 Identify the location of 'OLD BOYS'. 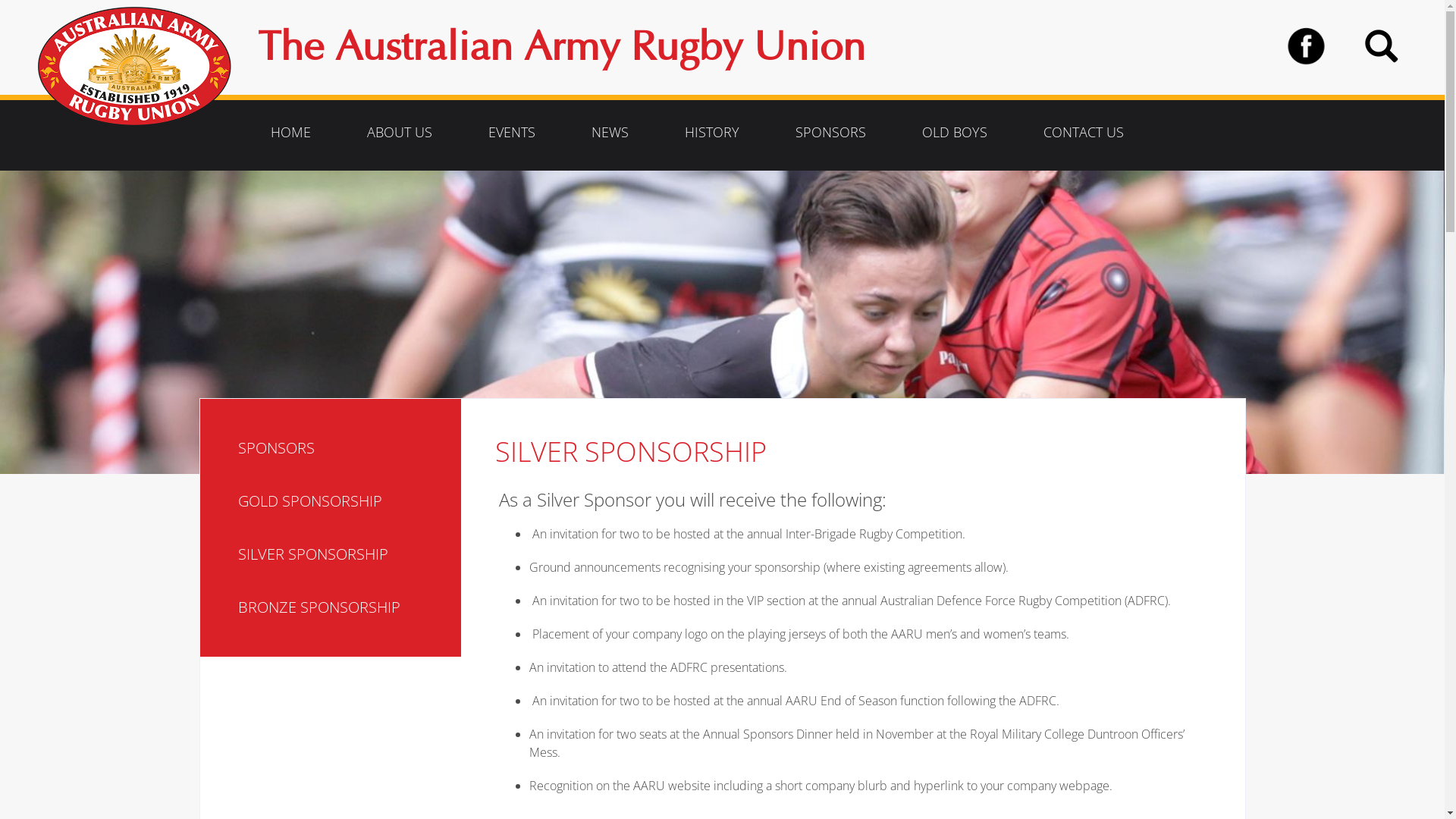
(953, 130).